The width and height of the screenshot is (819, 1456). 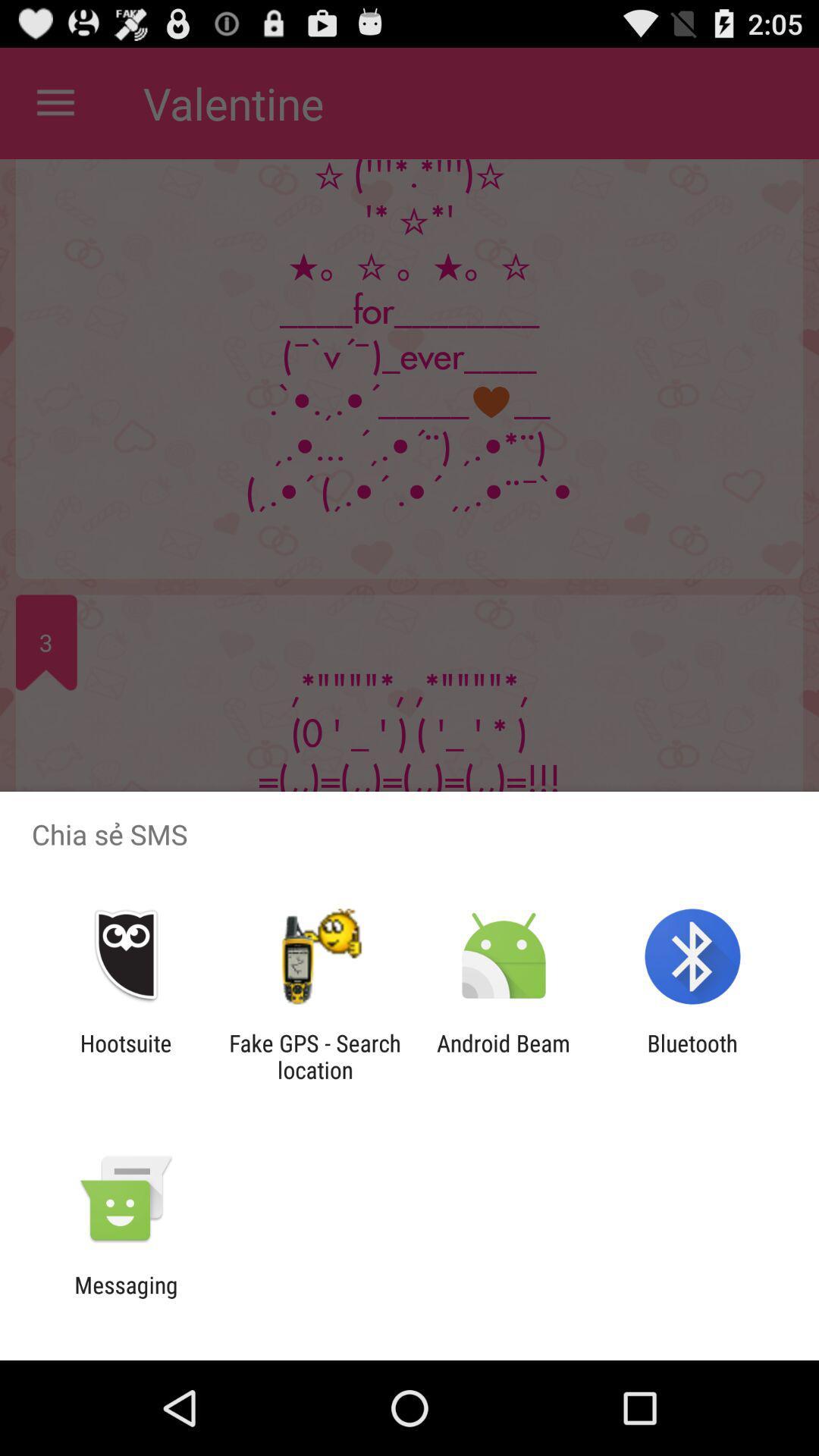 What do you see at coordinates (314, 1056) in the screenshot?
I see `the app next to hootsuite app` at bounding box center [314, 1056].